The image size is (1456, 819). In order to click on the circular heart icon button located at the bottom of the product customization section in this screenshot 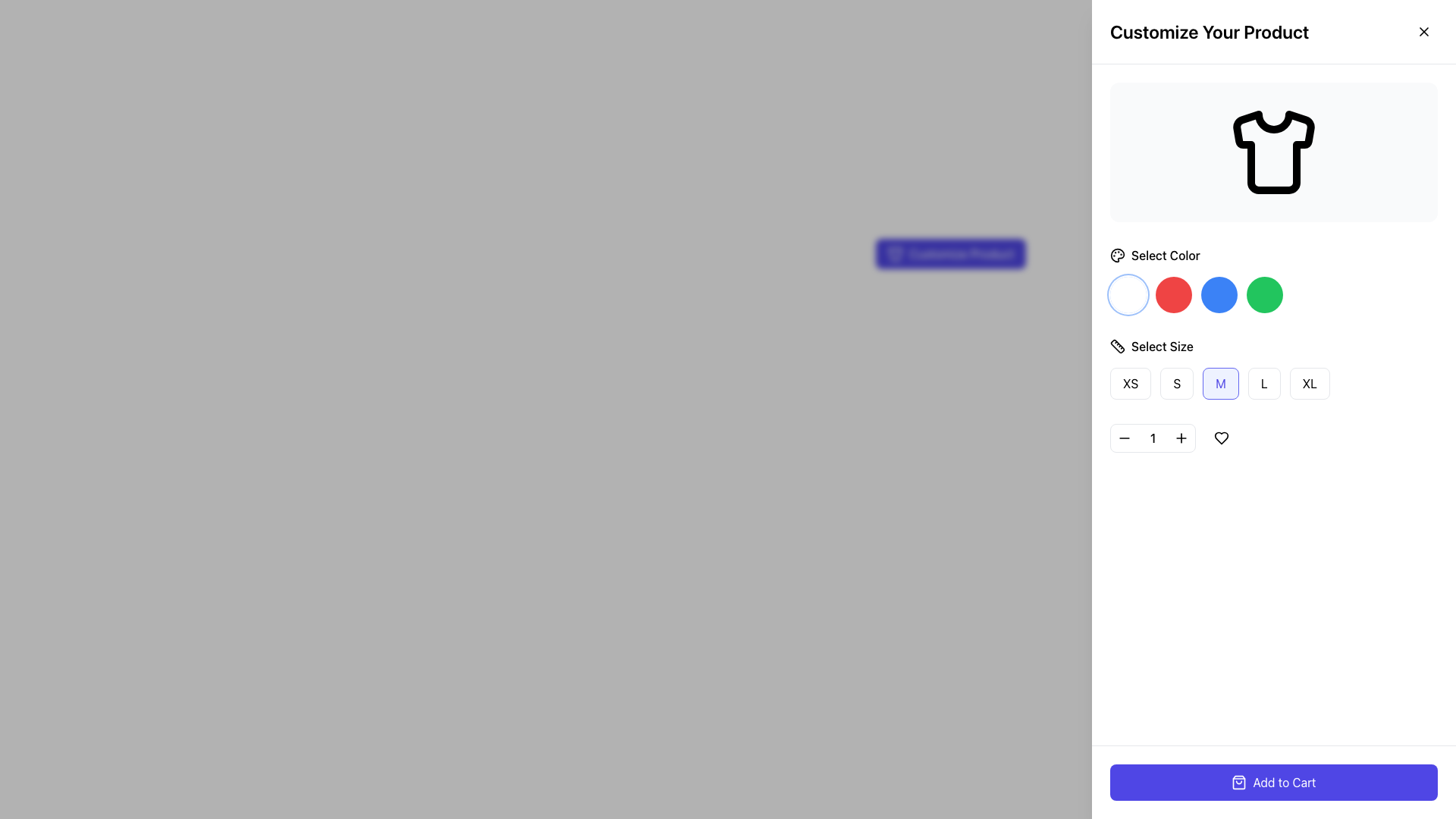, I will do `click(1222, 438)`.